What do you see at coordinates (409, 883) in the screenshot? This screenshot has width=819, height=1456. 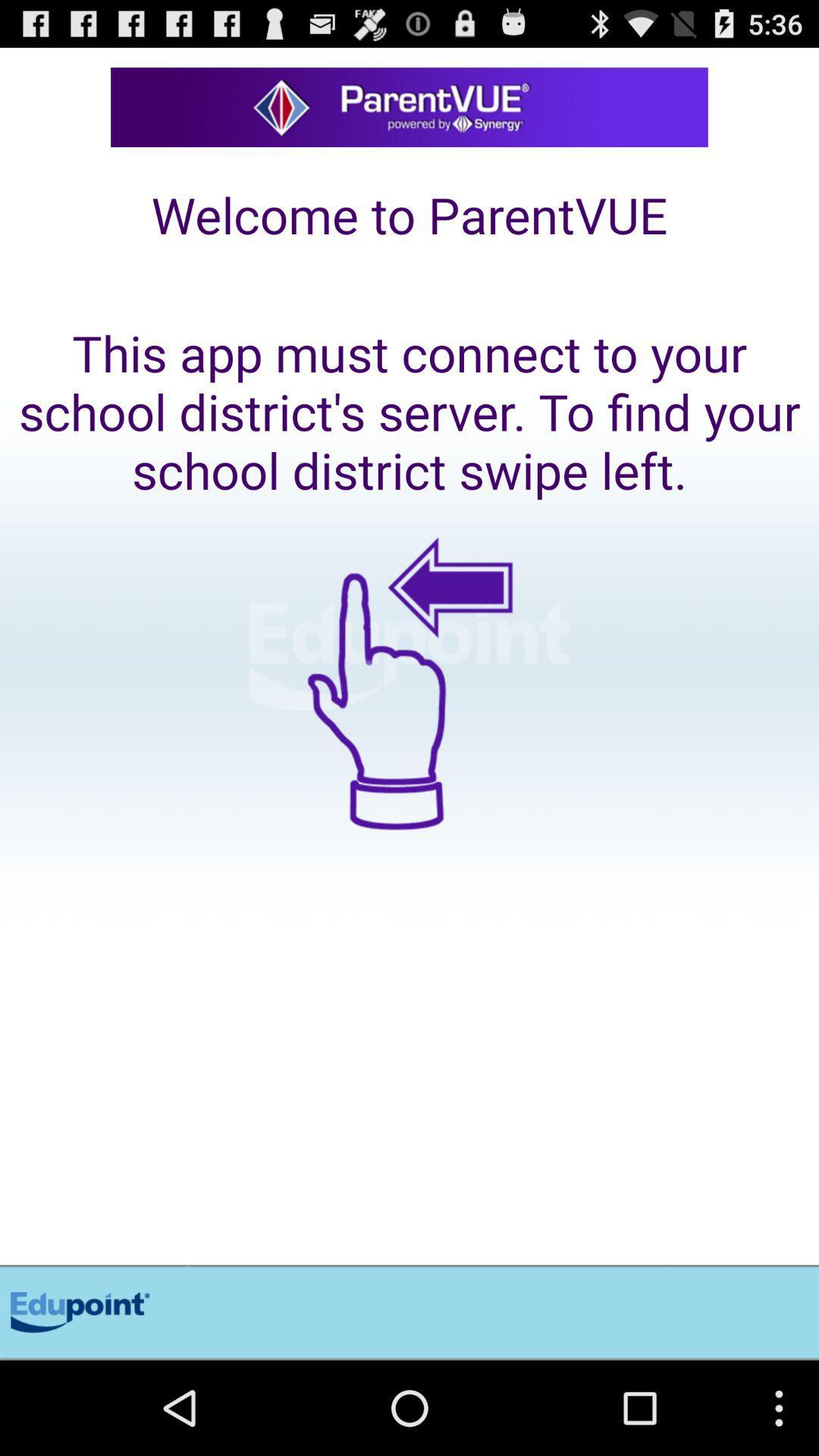 I see `swipe` at bounding box center [409, 883].